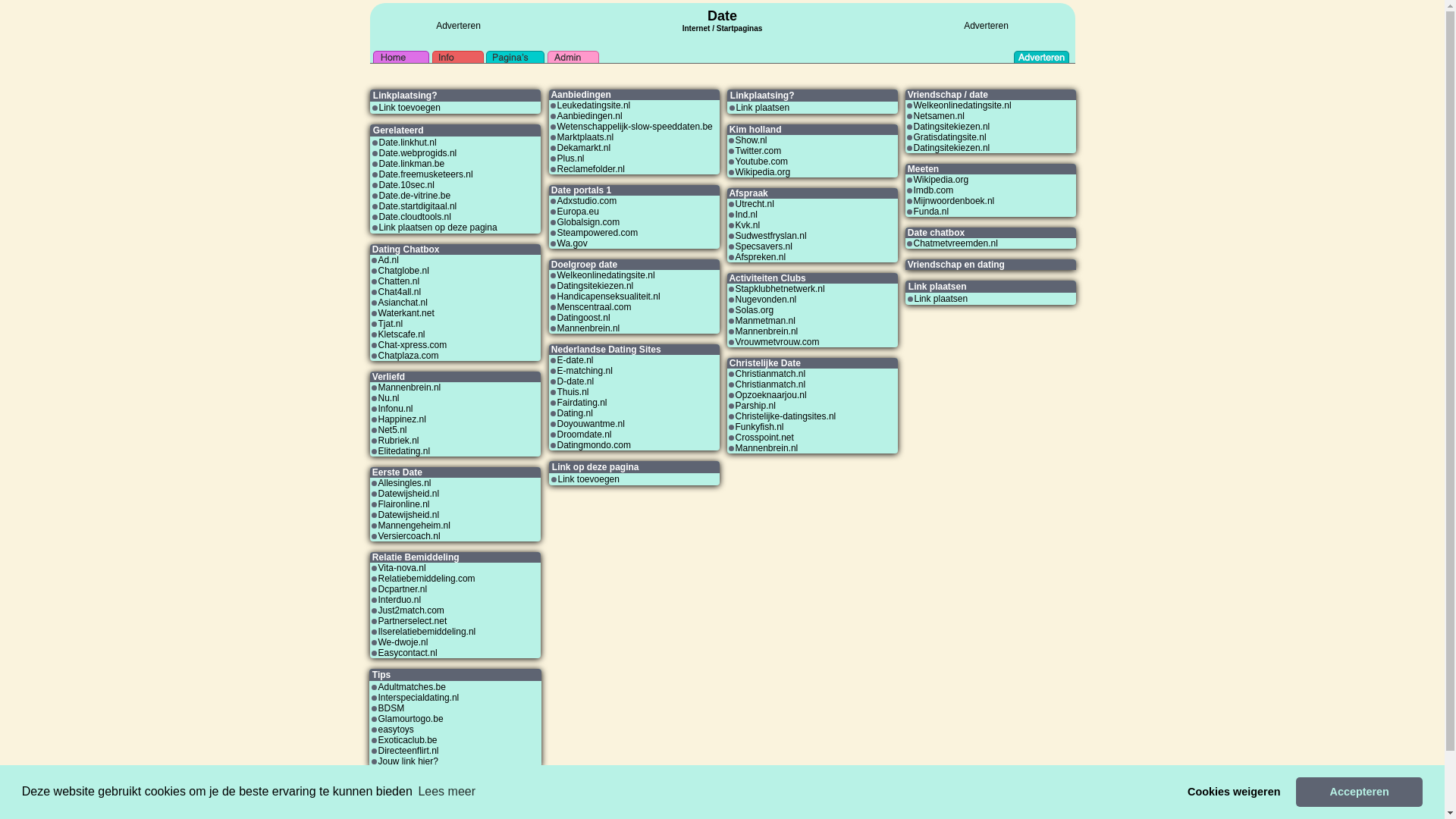  Describe the element at coordinates (425, 579) in the screenshot. I see `'Relatiebemiddeling.com'` at that location.